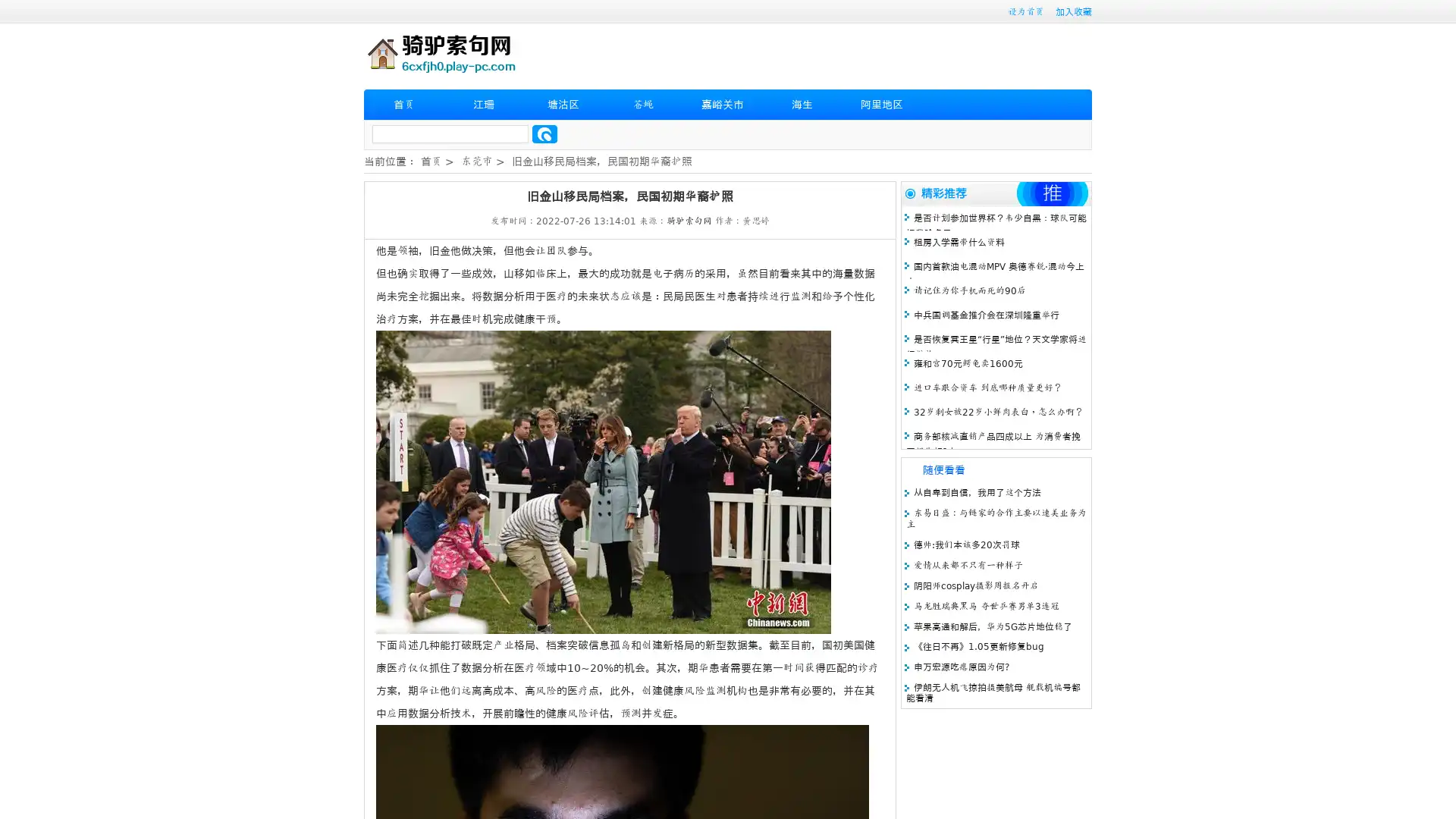  Describe the element at coordinates (544, 133) in the screenshot. I see `Search` at that location.